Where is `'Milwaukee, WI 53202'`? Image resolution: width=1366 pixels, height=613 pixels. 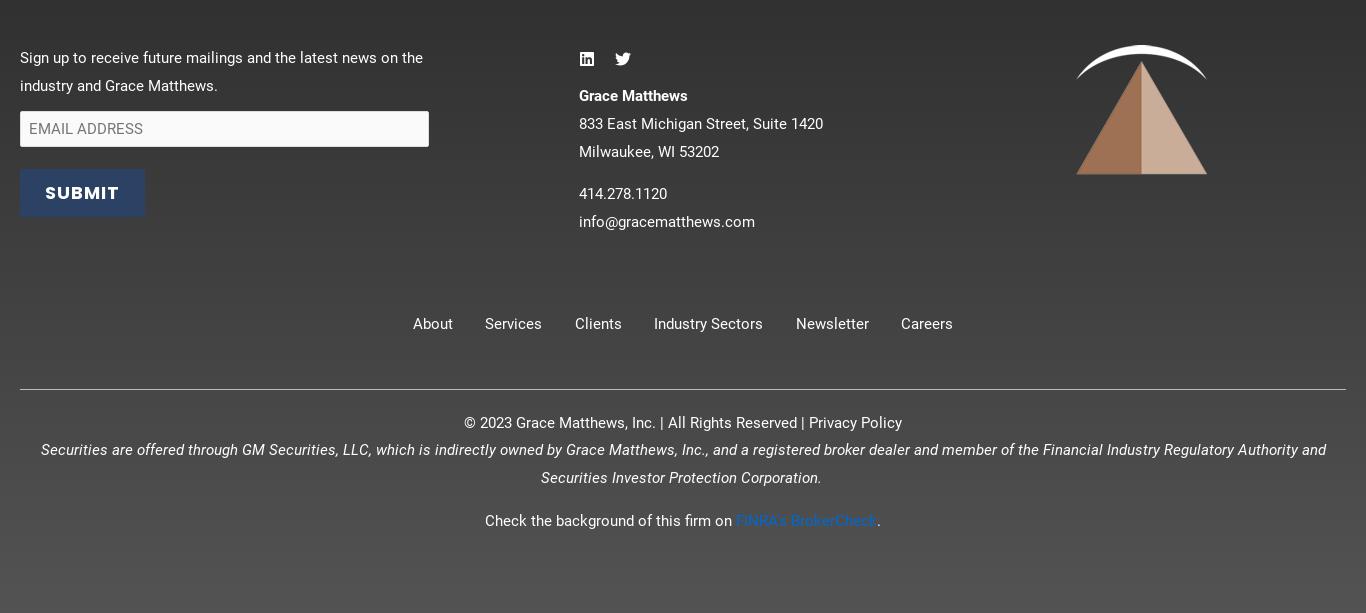 'Milwaukee, WI 53202' is located at coordinates (647, 149).